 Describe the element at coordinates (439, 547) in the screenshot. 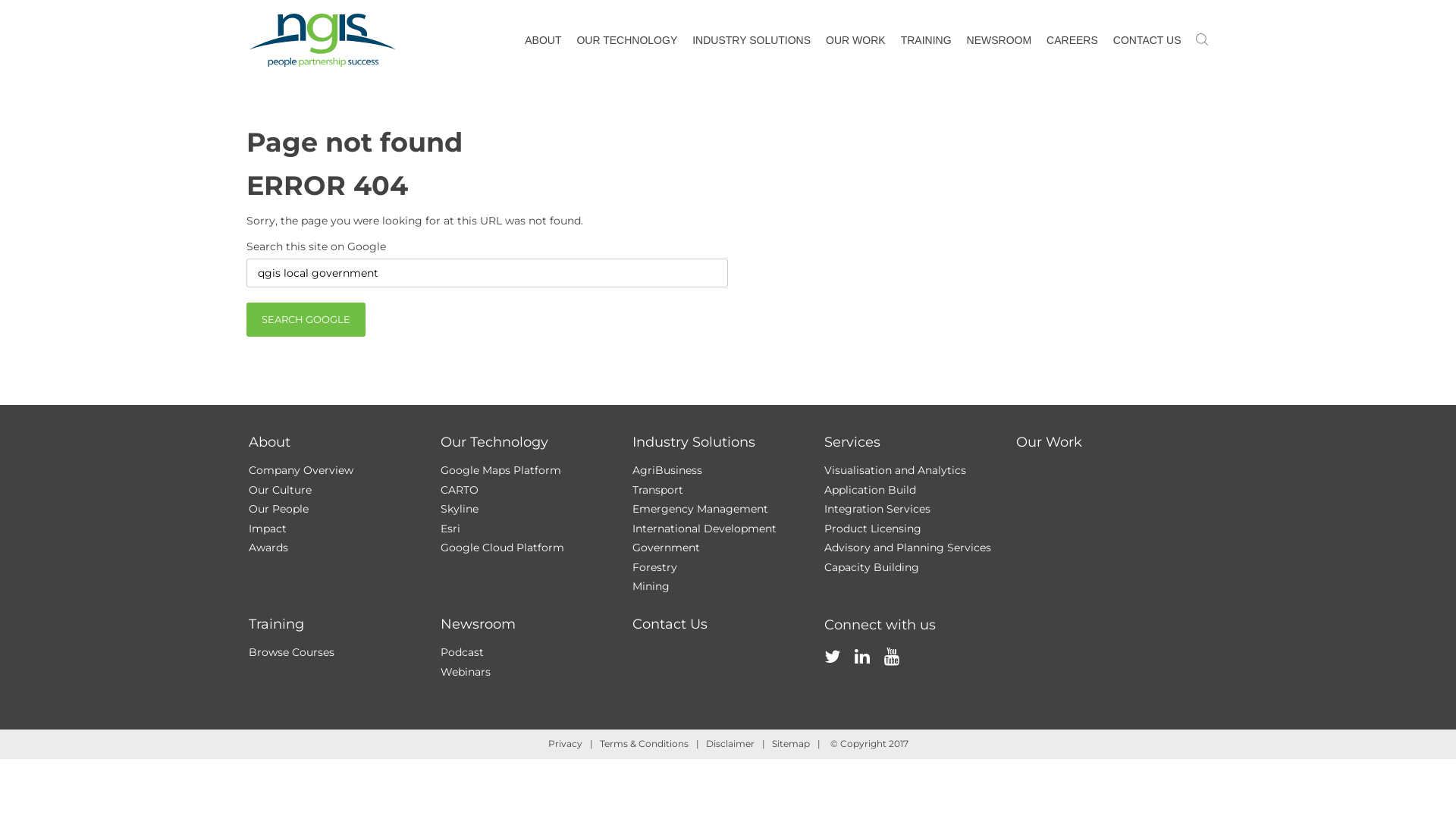

I see `'Google Cloud Platform'` at that location.